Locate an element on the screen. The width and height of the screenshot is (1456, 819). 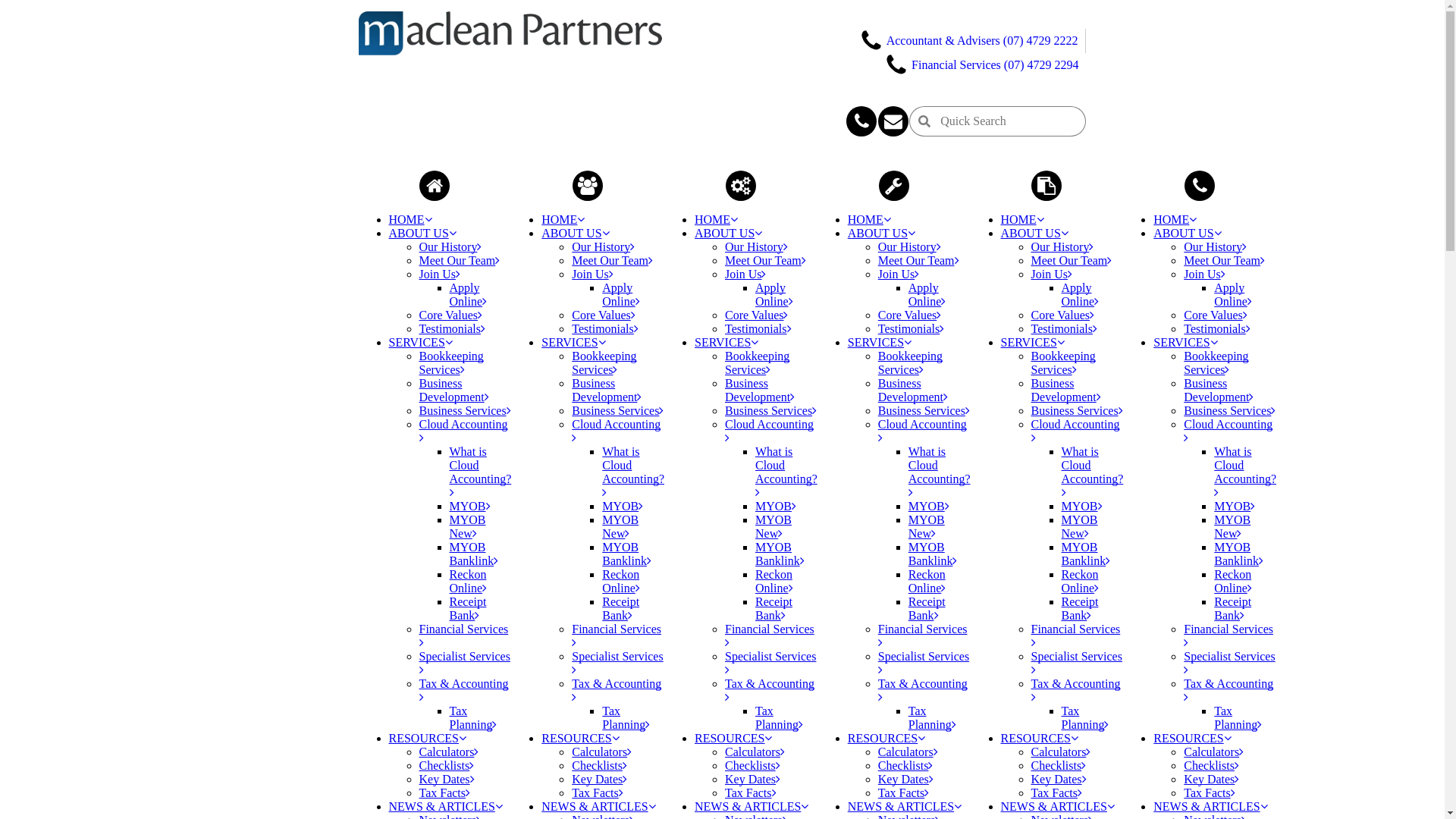
'Financial Services' is located at coordinates (462, 635).